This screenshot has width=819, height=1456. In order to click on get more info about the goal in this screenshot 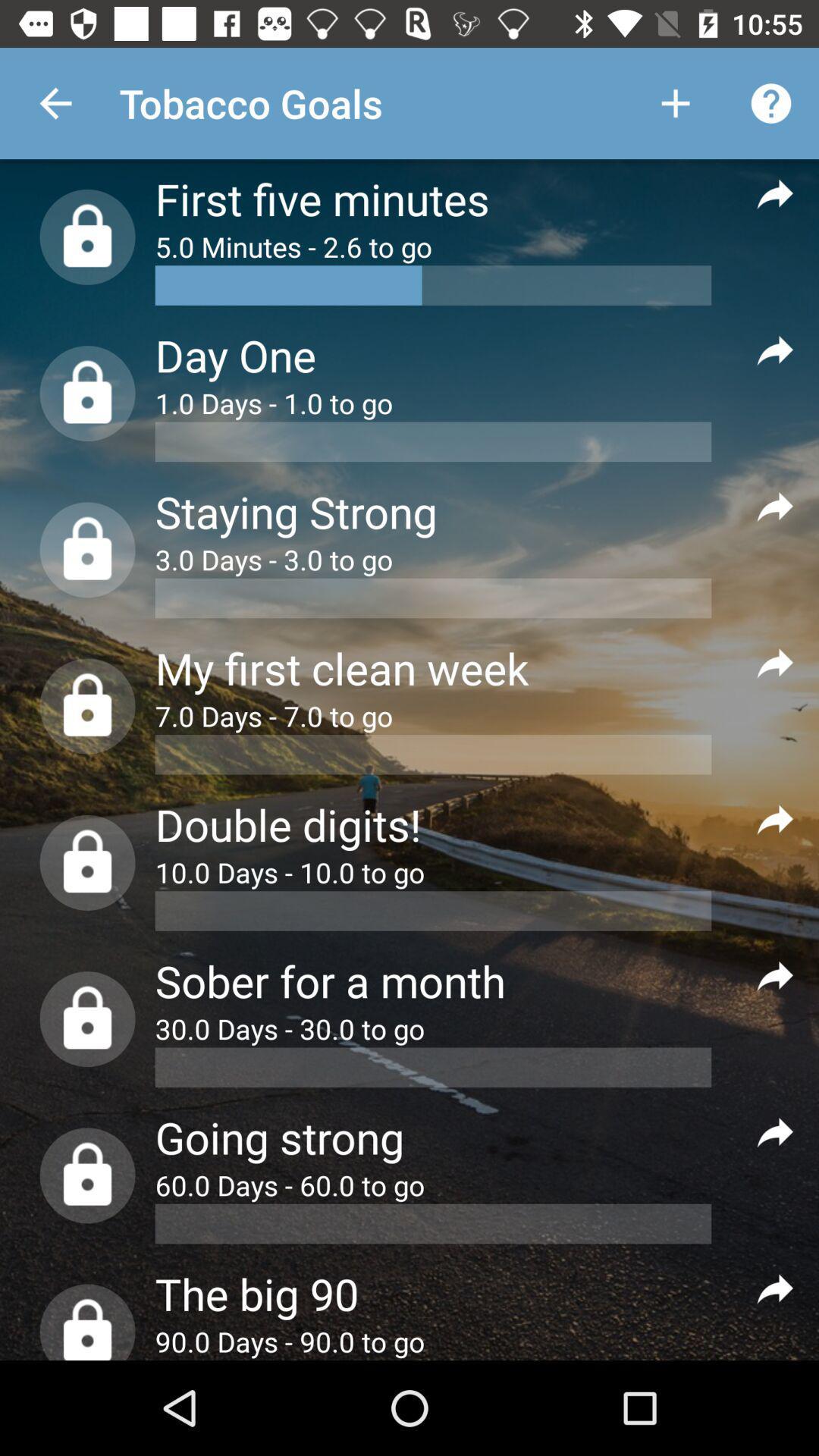, I will do `click(775, 349)`.